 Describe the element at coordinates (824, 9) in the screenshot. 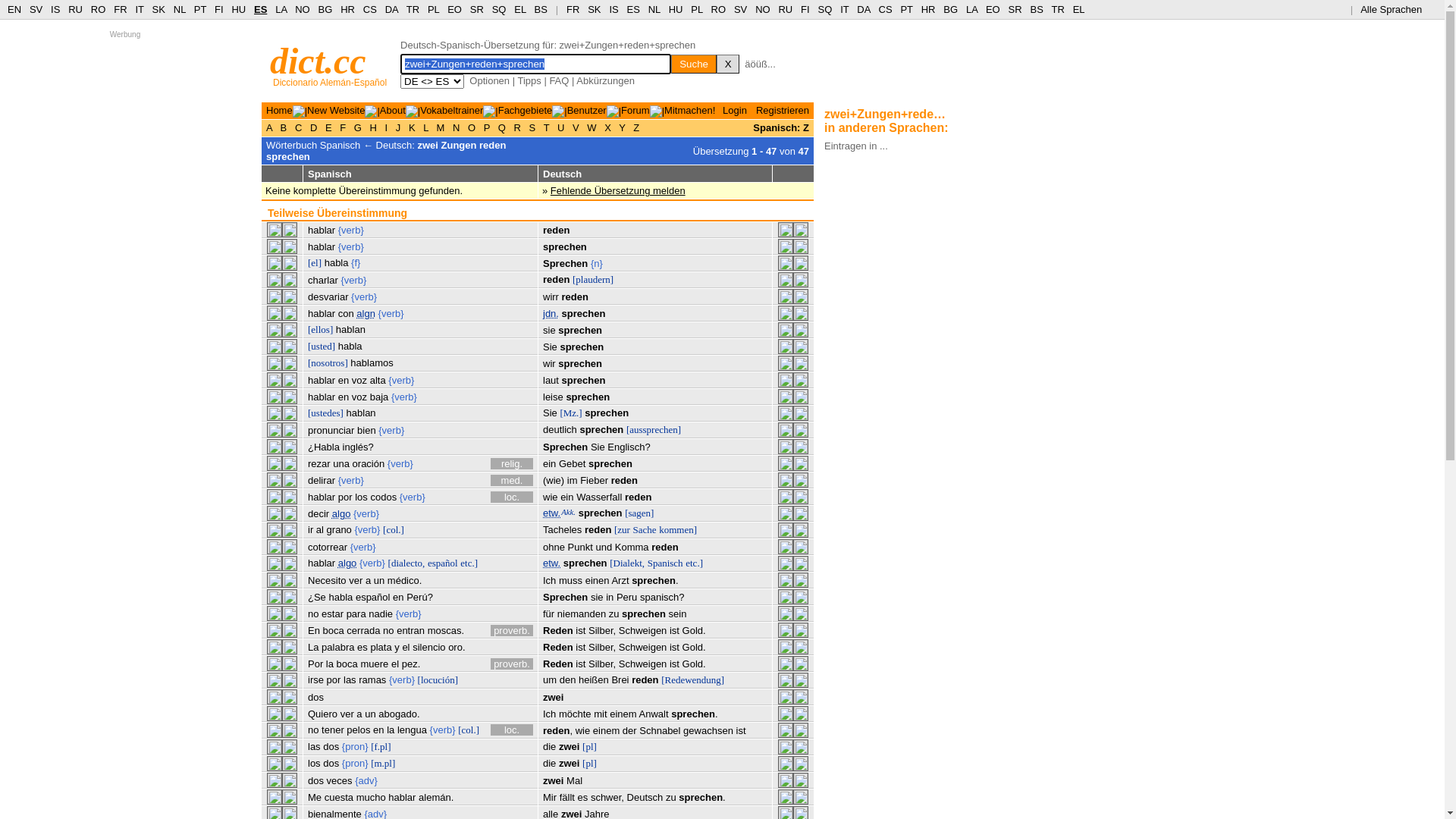

I see `'SQ'` at that location.